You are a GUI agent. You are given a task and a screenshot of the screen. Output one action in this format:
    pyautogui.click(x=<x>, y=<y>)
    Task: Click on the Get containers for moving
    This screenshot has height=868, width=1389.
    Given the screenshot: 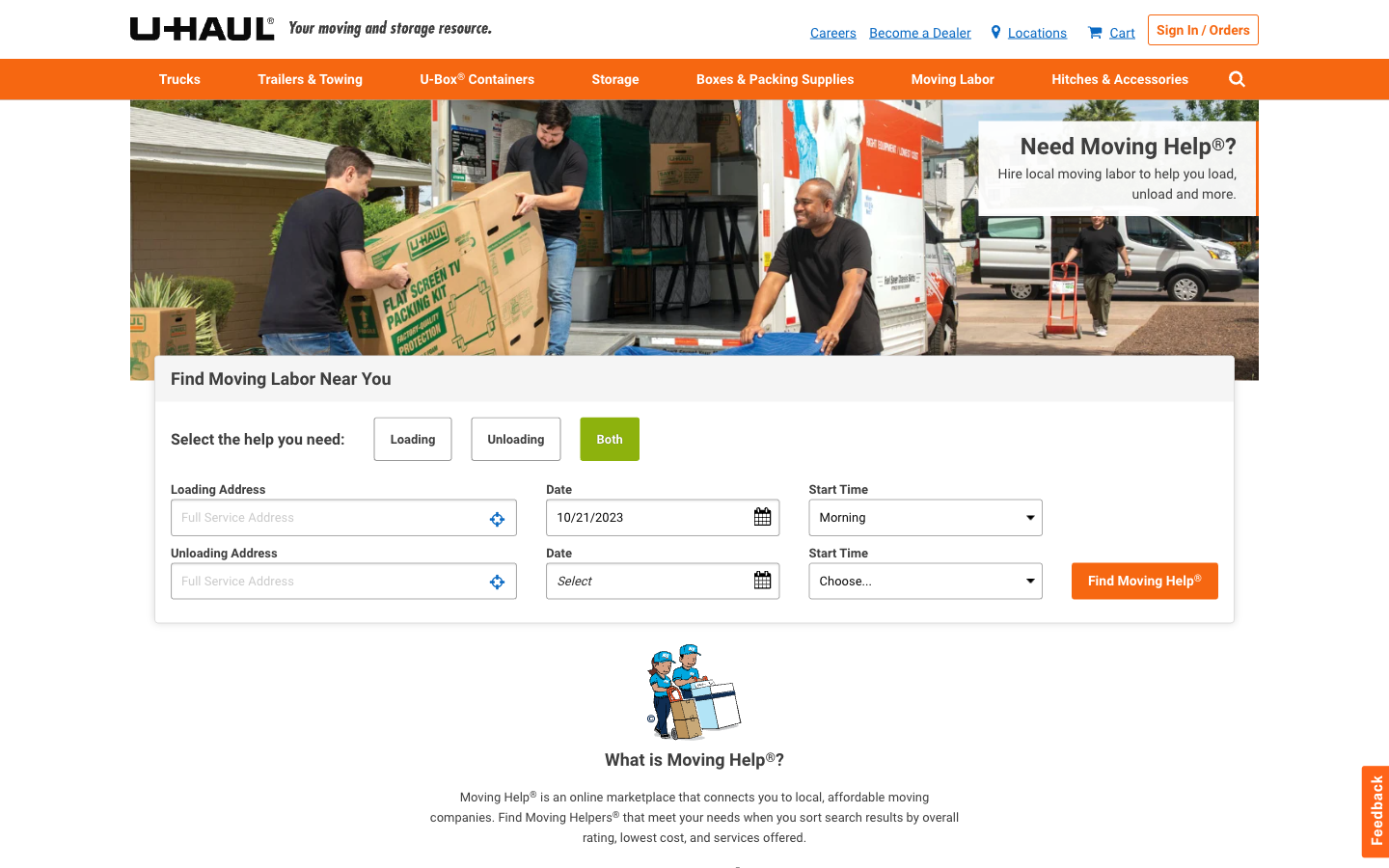 What is the action you would take?
    pyautogui.click(x=477, y=77)
    